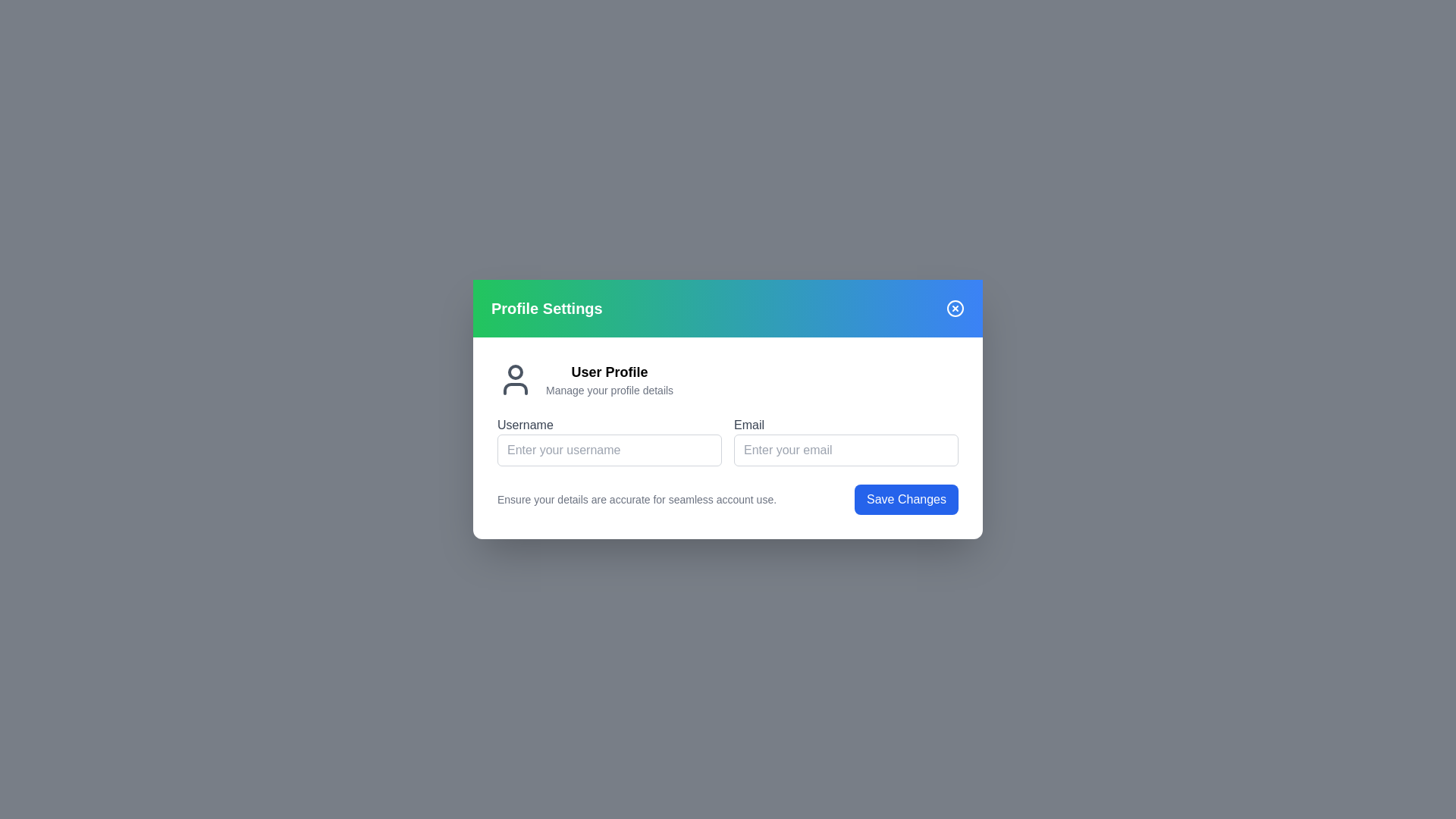  What do you see at coordinates (954, 308) in the screenshot?
I see `the close button in the top-right corner of the dialog` at bounding box center [954, 308].